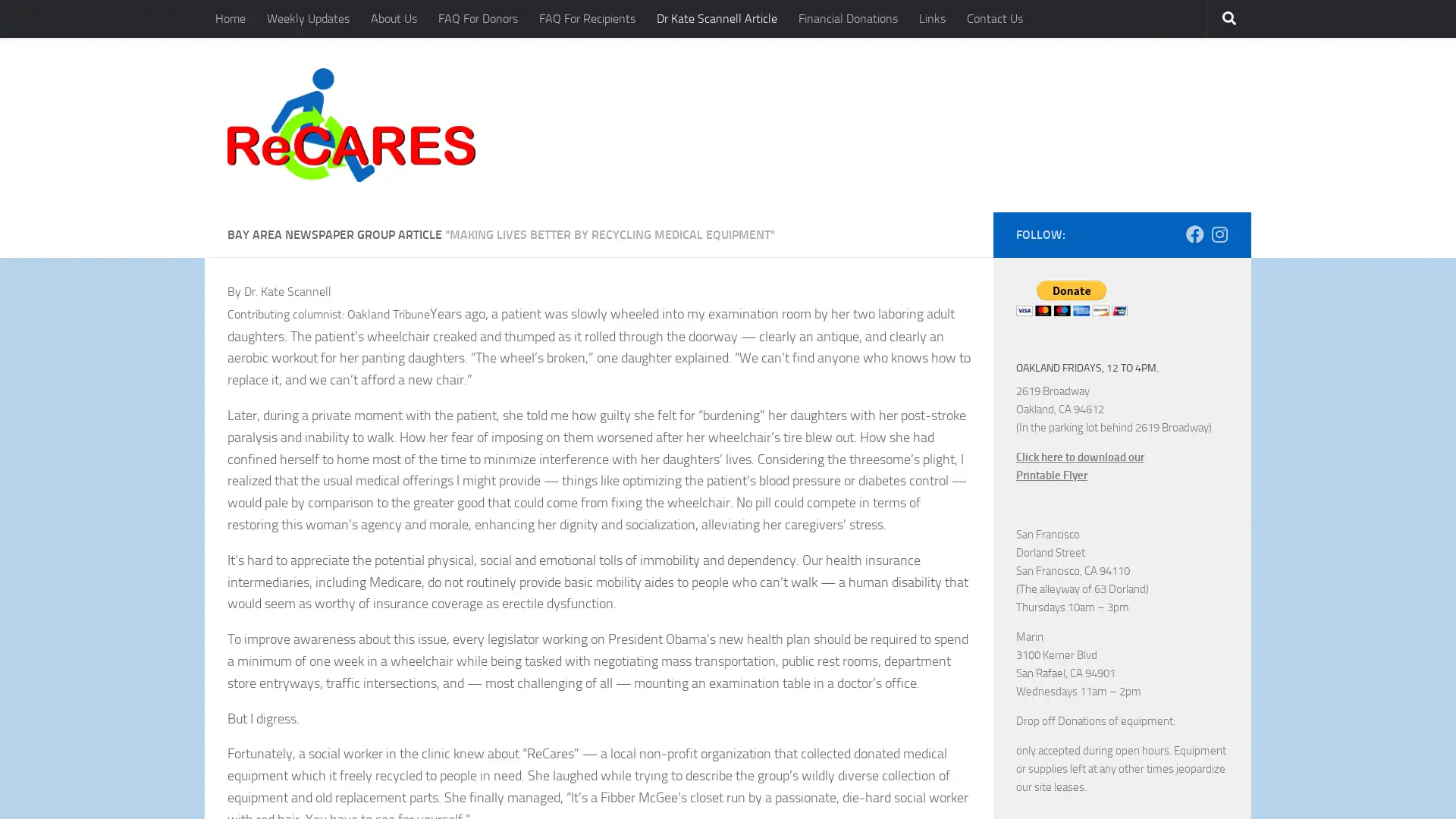 The height and width of the screenshot is (819, 1456). What do you see at coordinates (1071, 297) in the screenshot?
I see `Donate with PayPal button` at bounding box center [1071, 297].